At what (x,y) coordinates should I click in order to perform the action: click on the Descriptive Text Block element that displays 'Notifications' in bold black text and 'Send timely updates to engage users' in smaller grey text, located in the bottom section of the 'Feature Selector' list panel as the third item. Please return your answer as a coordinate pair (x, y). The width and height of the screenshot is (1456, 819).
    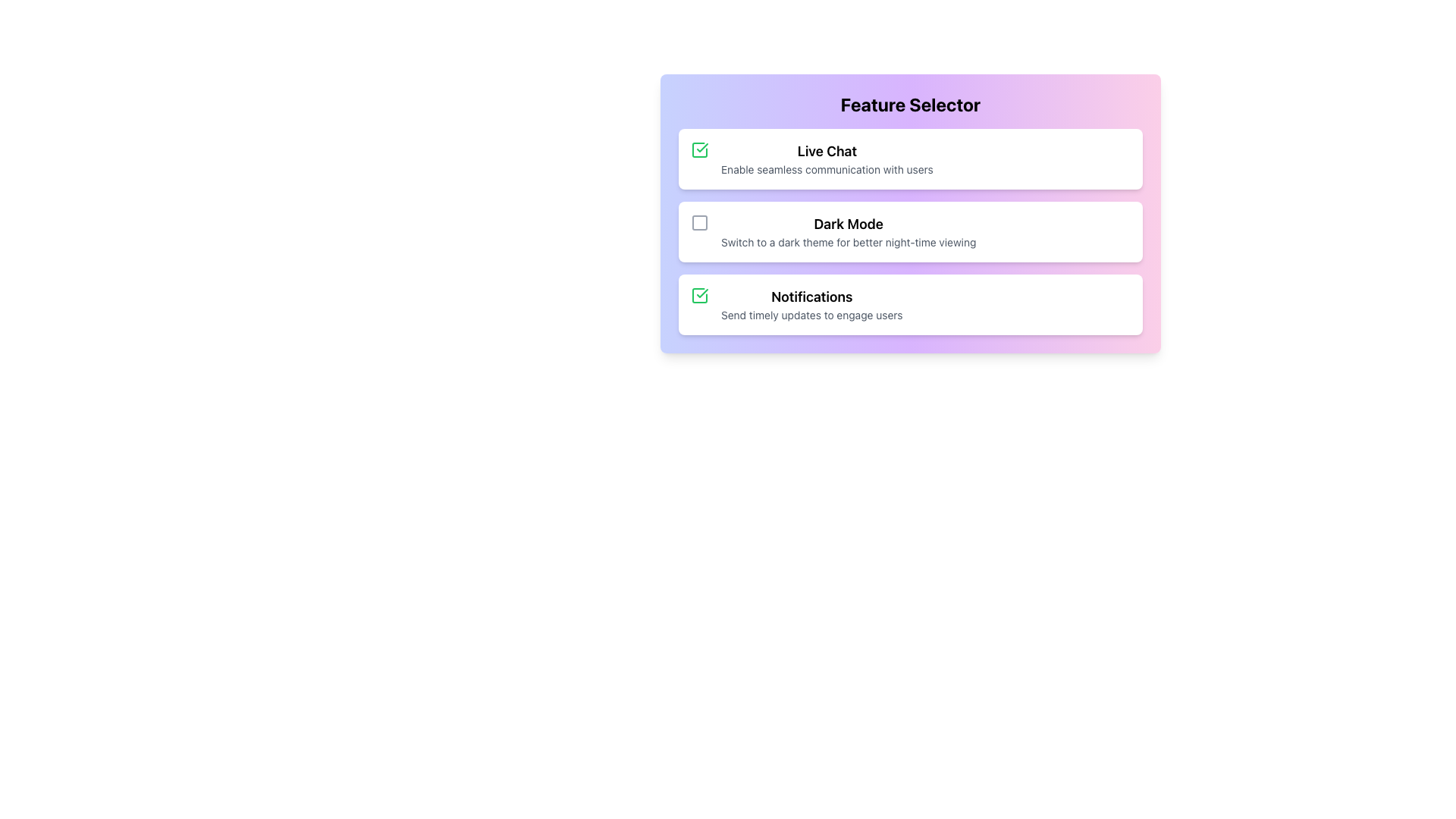
    Looking at the image, I should click on (811, 304).